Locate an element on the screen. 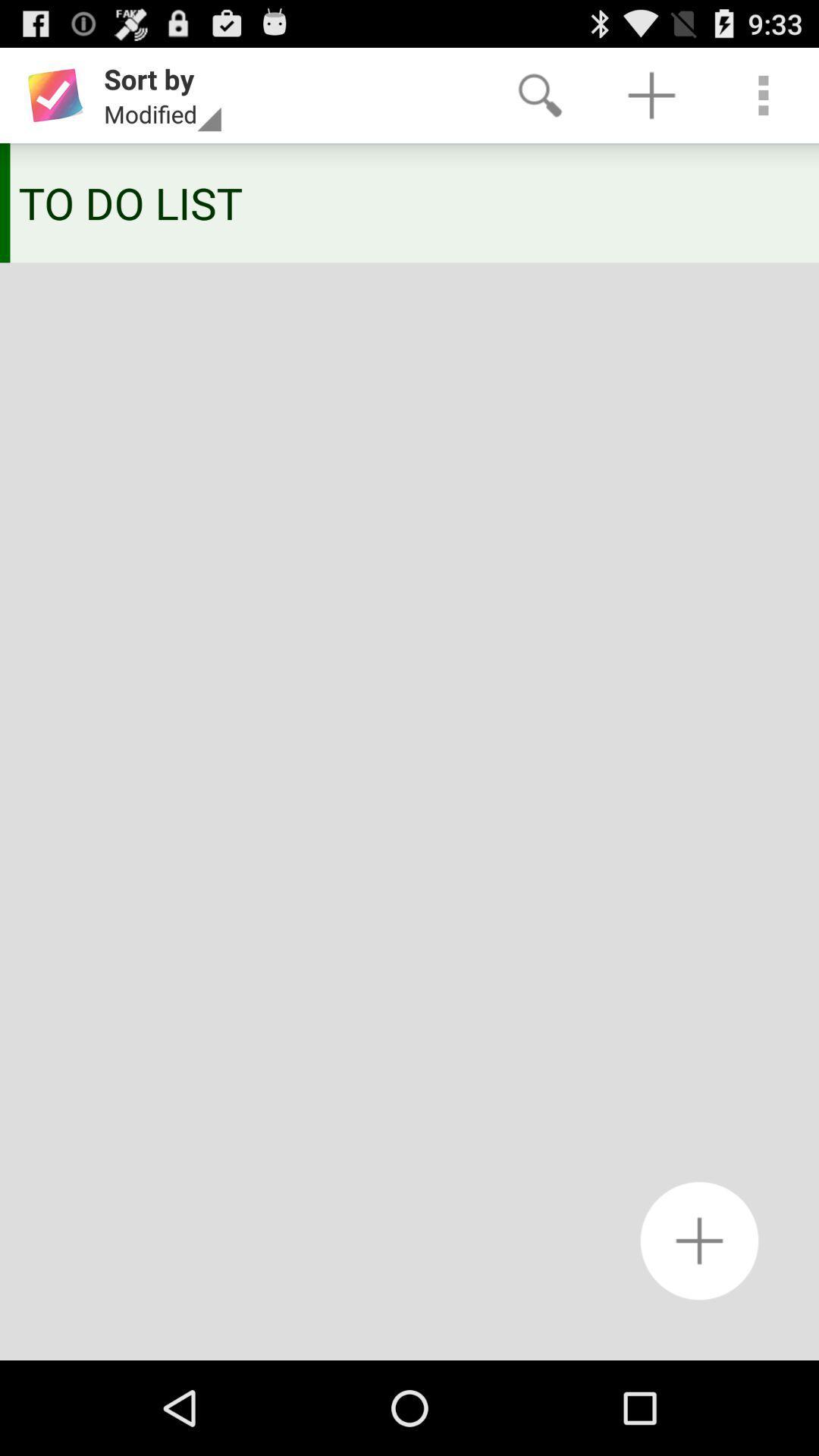 This screenshot has width=819, height=1456. a task is located at coordinates (699, 1241).